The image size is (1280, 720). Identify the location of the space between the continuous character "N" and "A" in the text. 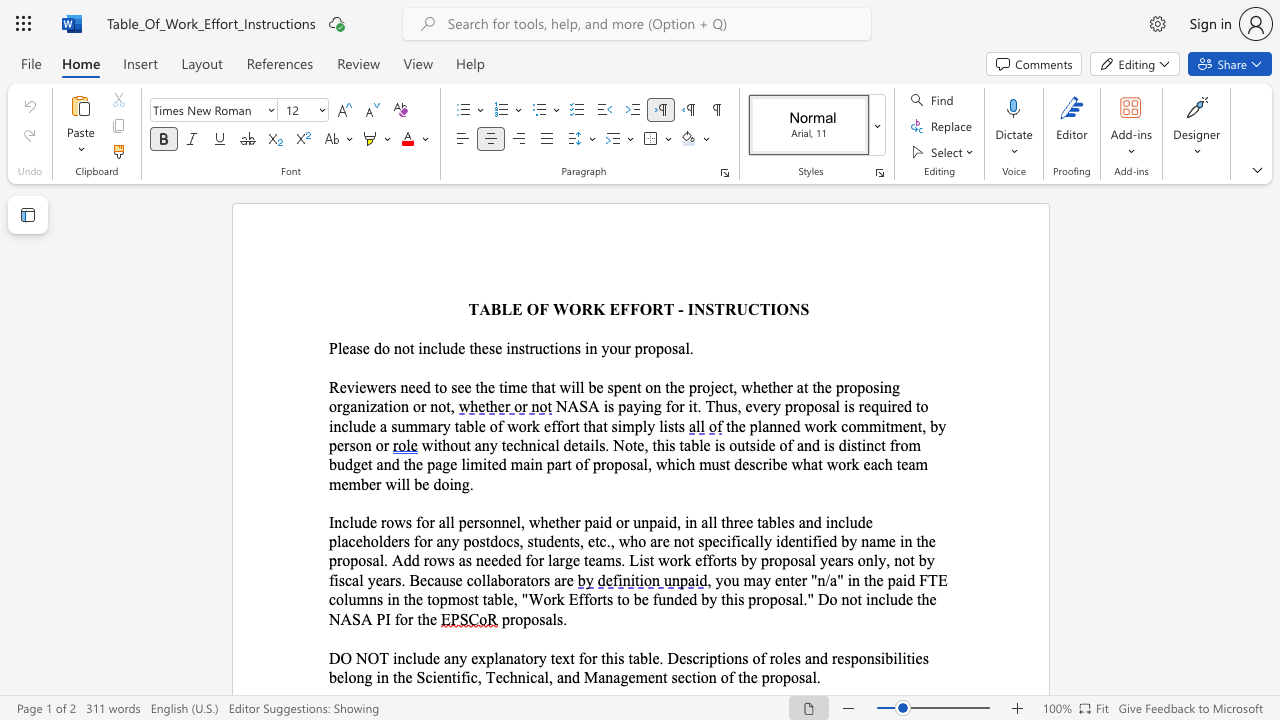
(566, 405).